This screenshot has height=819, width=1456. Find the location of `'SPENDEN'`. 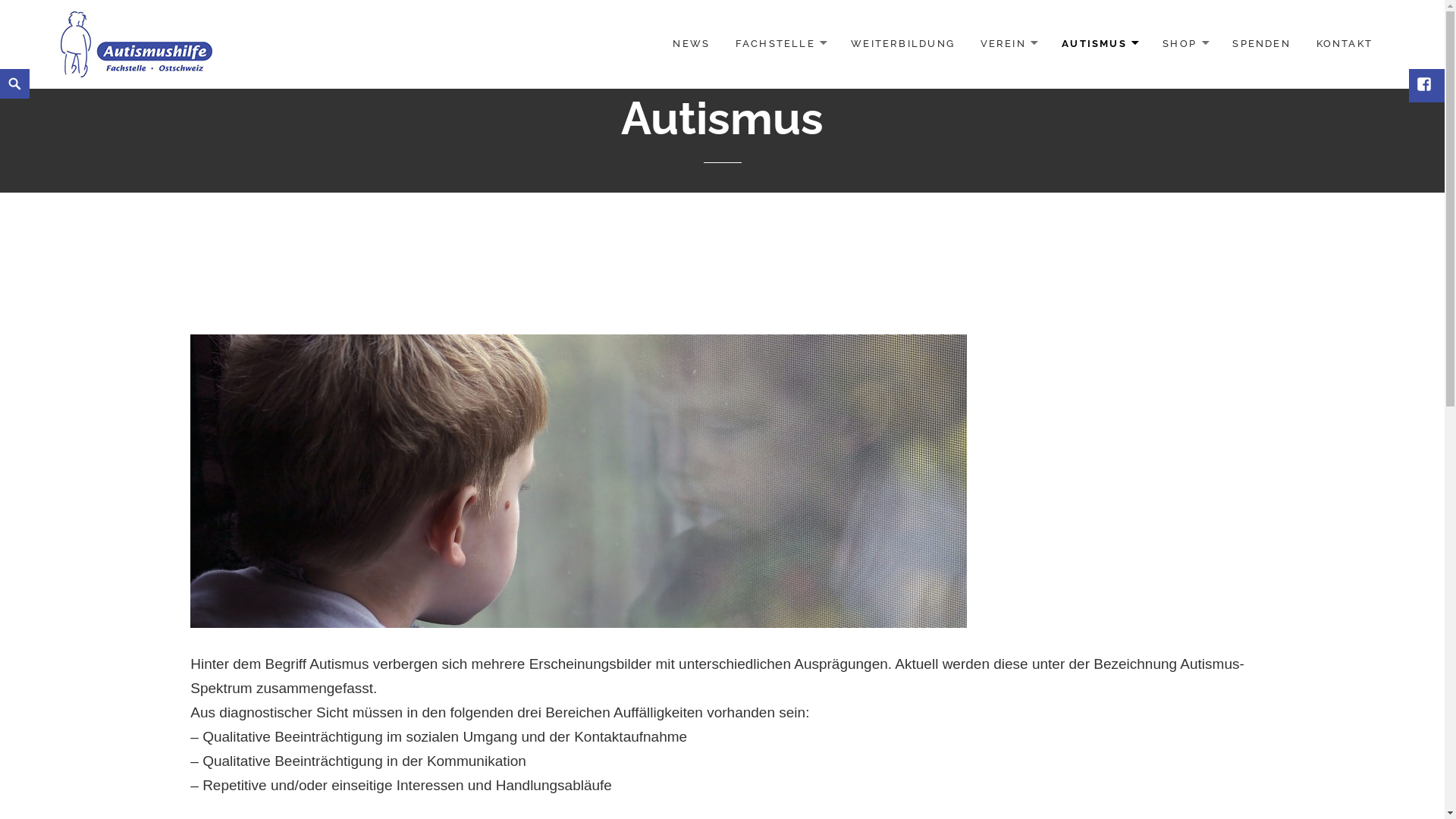

'SPENDEN' is located at coordinates (1260, 42).